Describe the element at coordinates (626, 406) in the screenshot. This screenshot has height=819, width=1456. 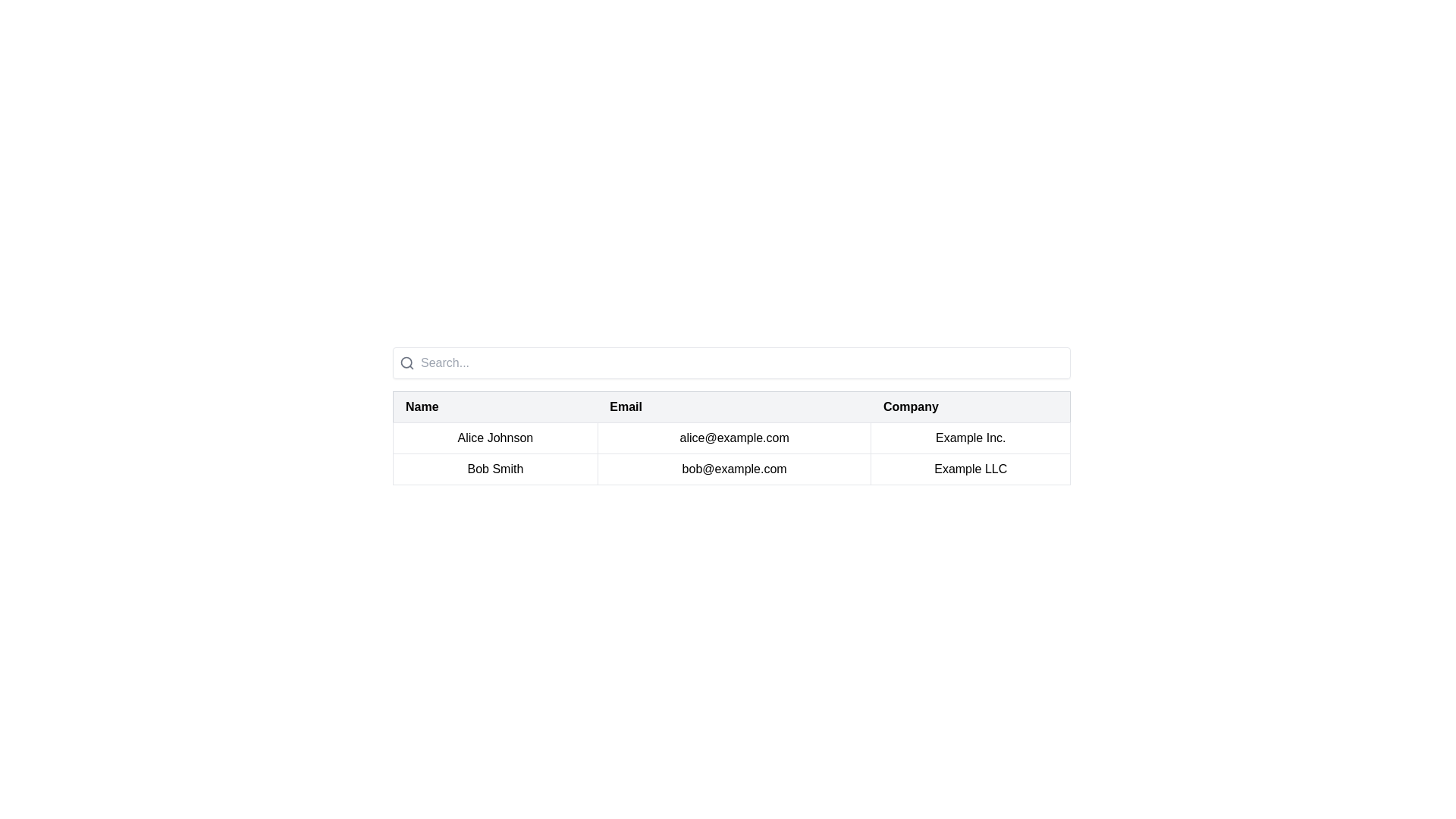
I see `the 'Email' text label, which is styled with the CSS class 'capitalize' and located in the second column header of a table` at that location.